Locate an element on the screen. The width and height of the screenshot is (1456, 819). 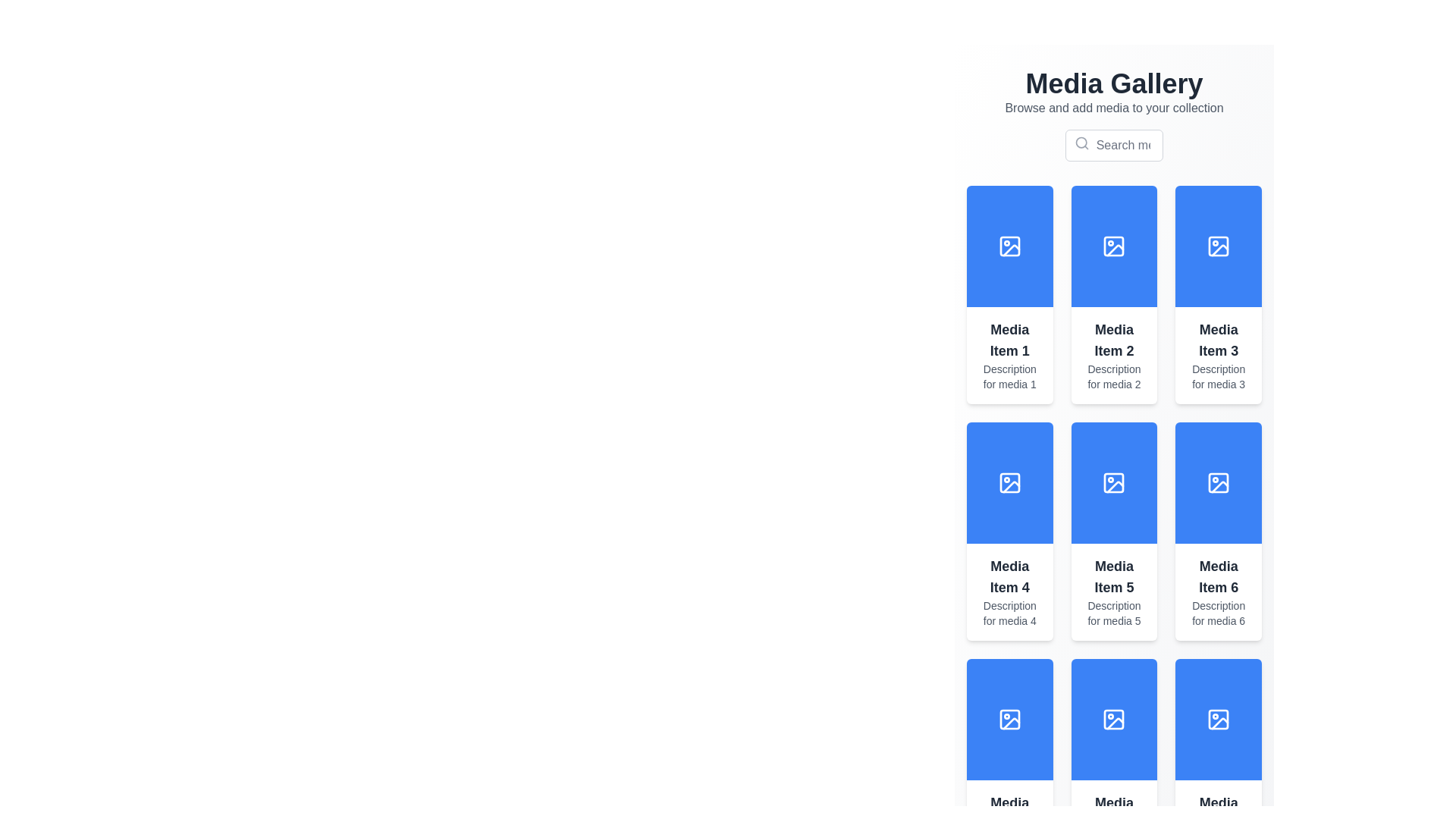
the icon depicting an image outline, styled with white strokes, located within the blue square header of the card labeled 'Media Item 4' is located at coordinates (1009, 482).